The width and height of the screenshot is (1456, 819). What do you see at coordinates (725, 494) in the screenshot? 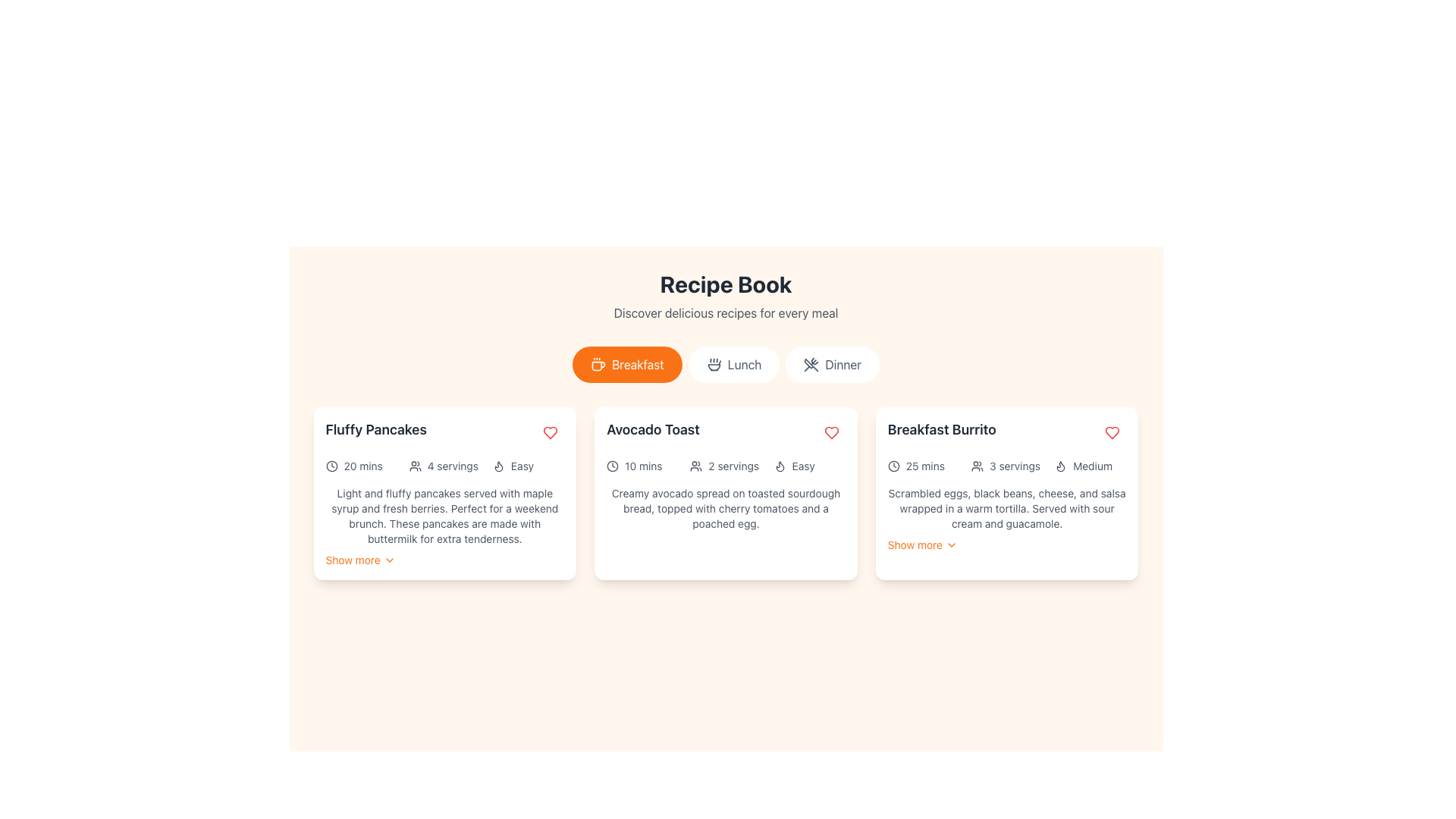
I see `the 'Avocado Toast' interactive card for accessibility interactions` at bounding box center [725, 494].